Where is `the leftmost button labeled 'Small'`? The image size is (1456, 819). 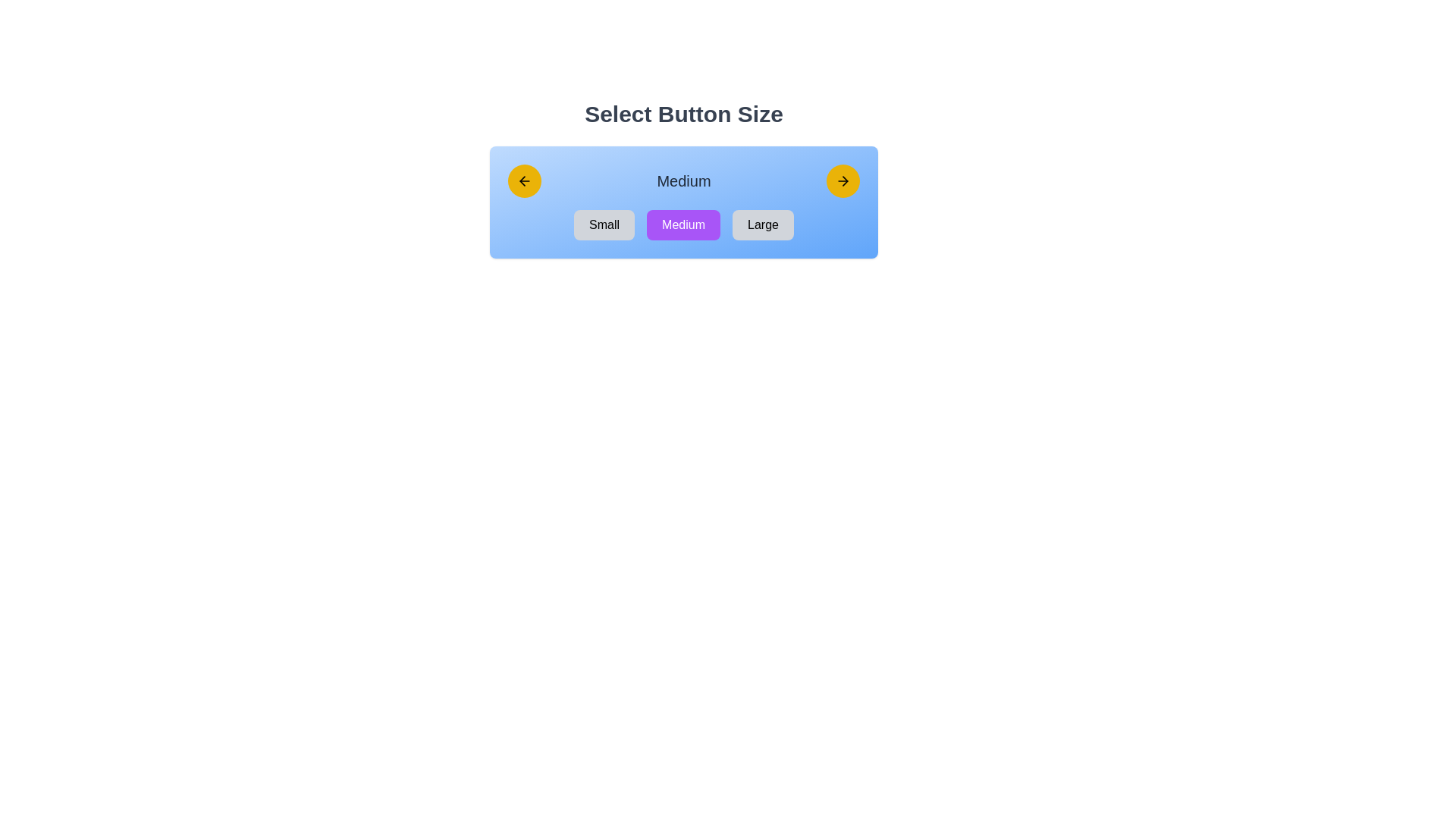 the leftmost button labeled 'Small' is located at coordinates (604, 225).